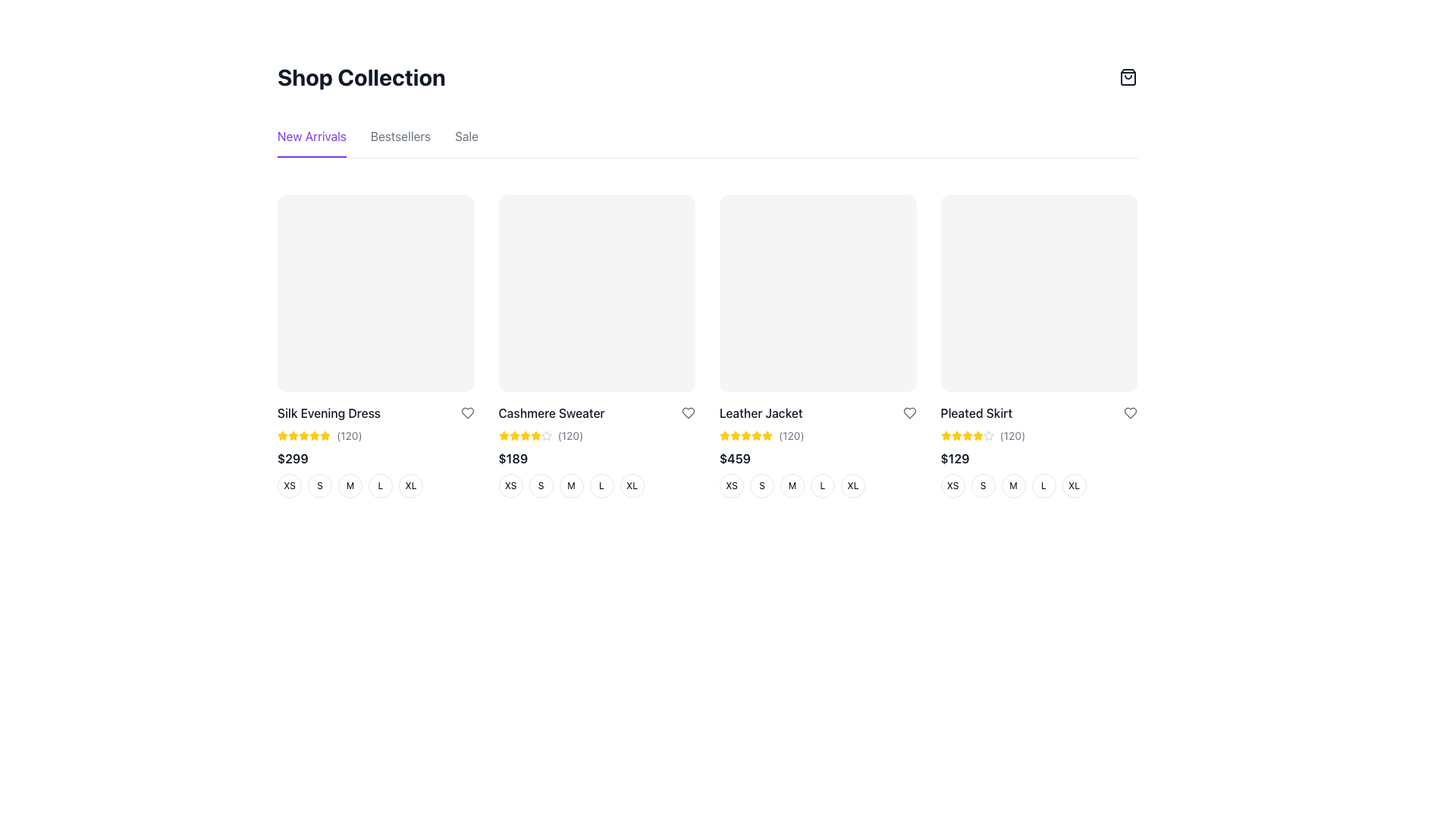 This screenshot has height=819, width=1456. I want to click on the fourth filled star icon in the five-star rating system for the product 'Cashmere Sweater', located beneath the product title and above the price, so click(525, 435).